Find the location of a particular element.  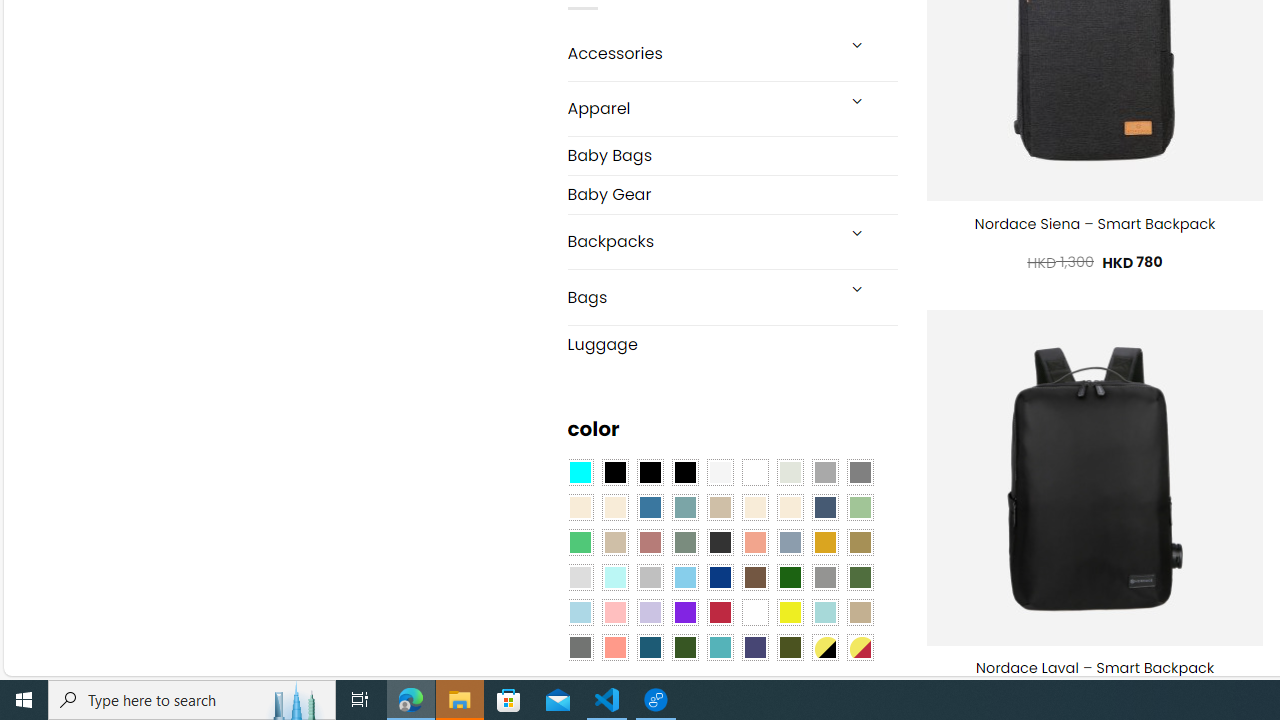

'Kelp' is located at coordinates (860, 542).